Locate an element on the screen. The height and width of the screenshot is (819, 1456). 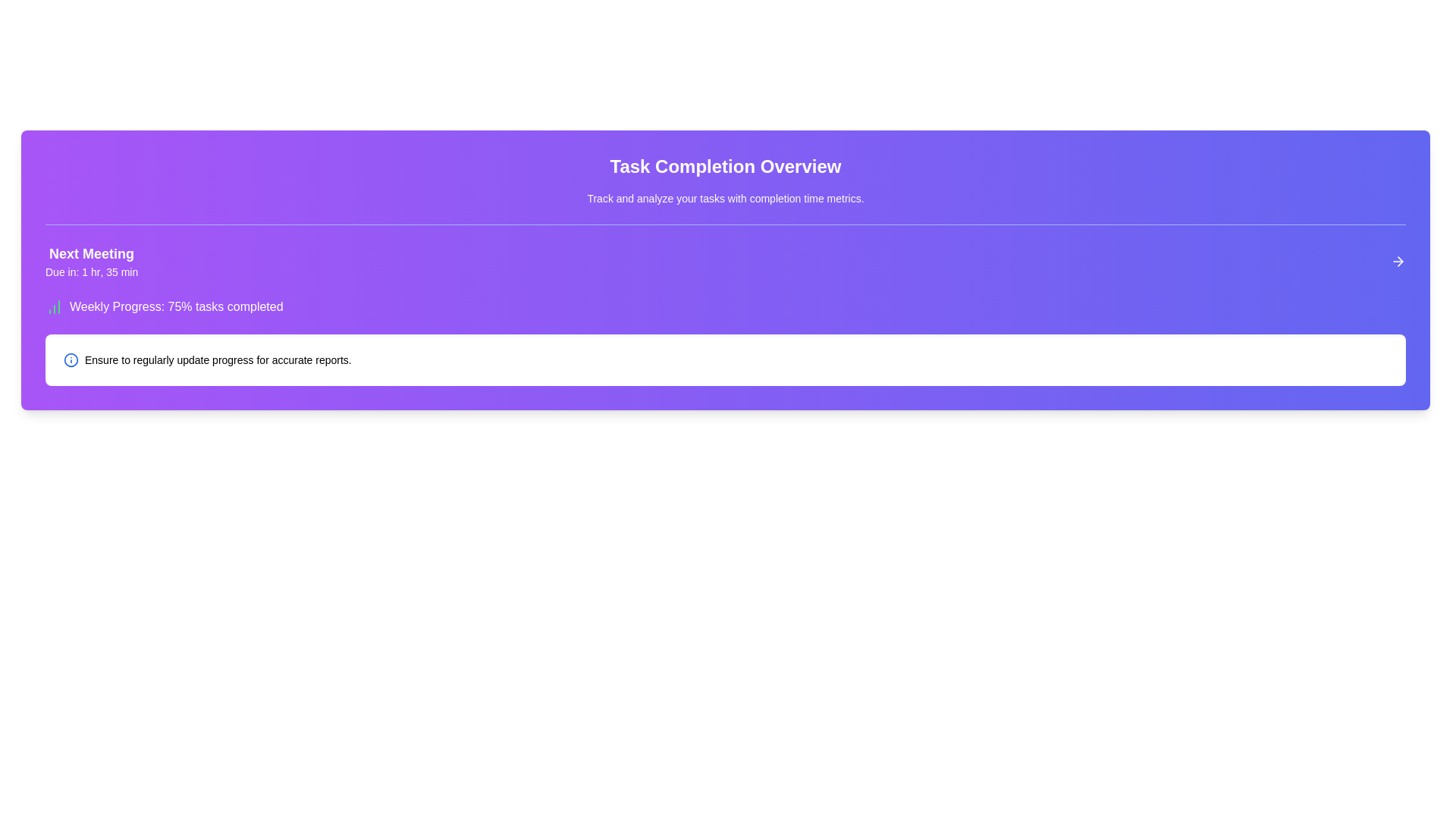
displayed information from the text label showing 'Due in: 1 hr, 35 min', which is positioned below 'Next Meeting' is located at coordinates (91, 271).